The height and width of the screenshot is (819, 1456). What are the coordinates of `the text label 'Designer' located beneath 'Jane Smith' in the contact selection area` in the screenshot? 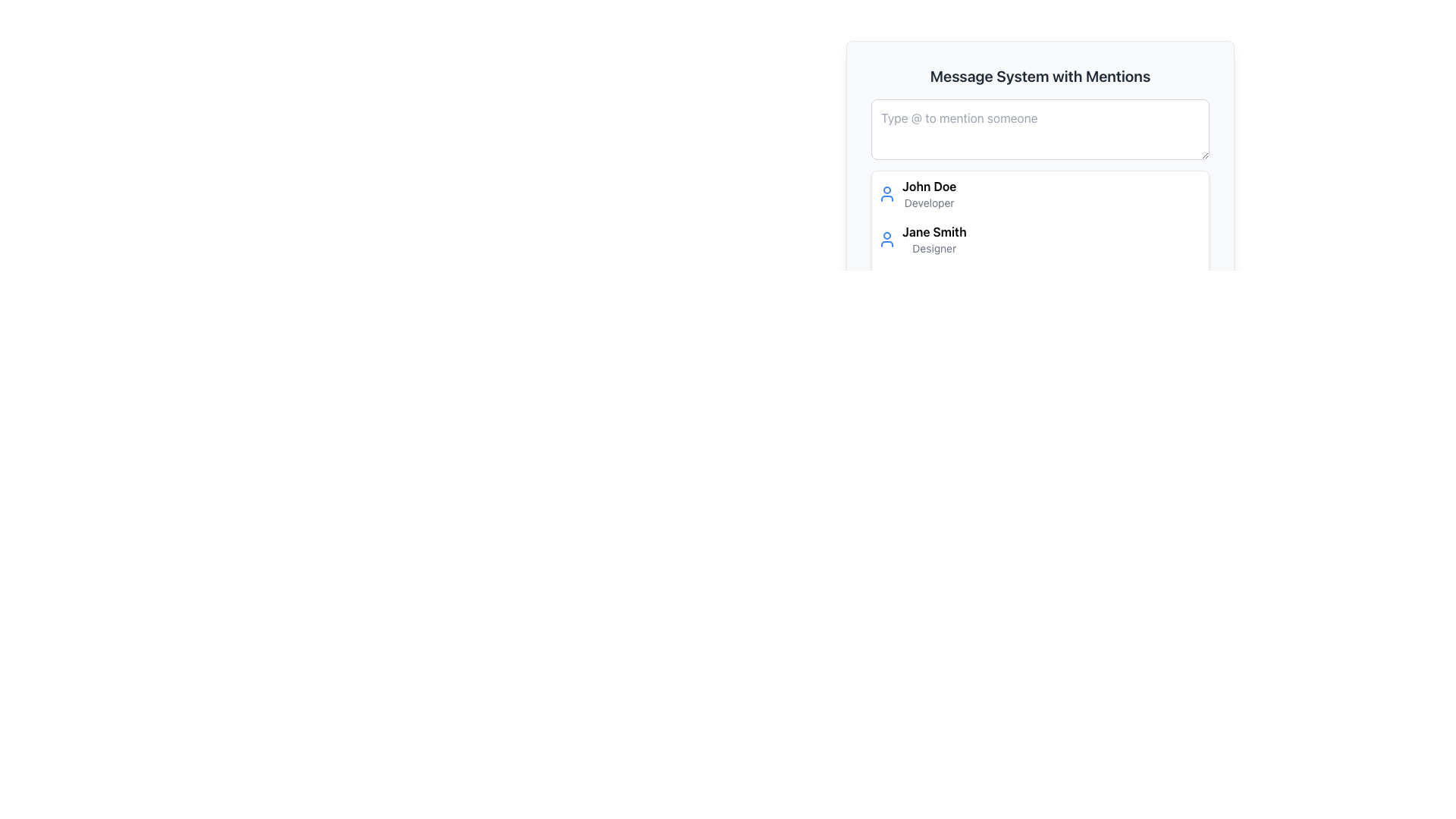 It's located at (934, 247).